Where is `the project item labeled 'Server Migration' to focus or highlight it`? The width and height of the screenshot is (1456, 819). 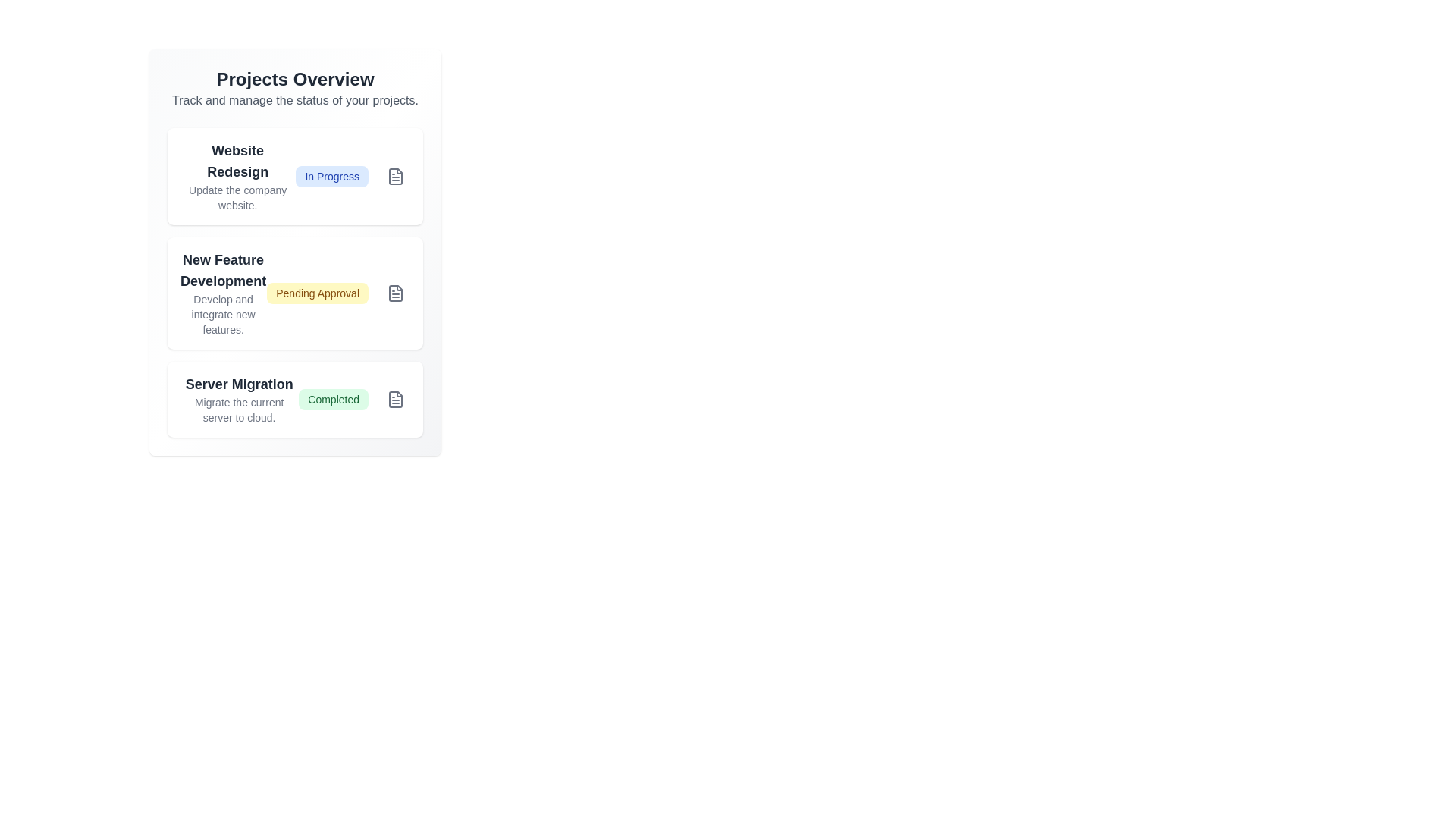 the project item labeled 'Server Migration' to focus or highlight it is located at coordinates (295, 399).